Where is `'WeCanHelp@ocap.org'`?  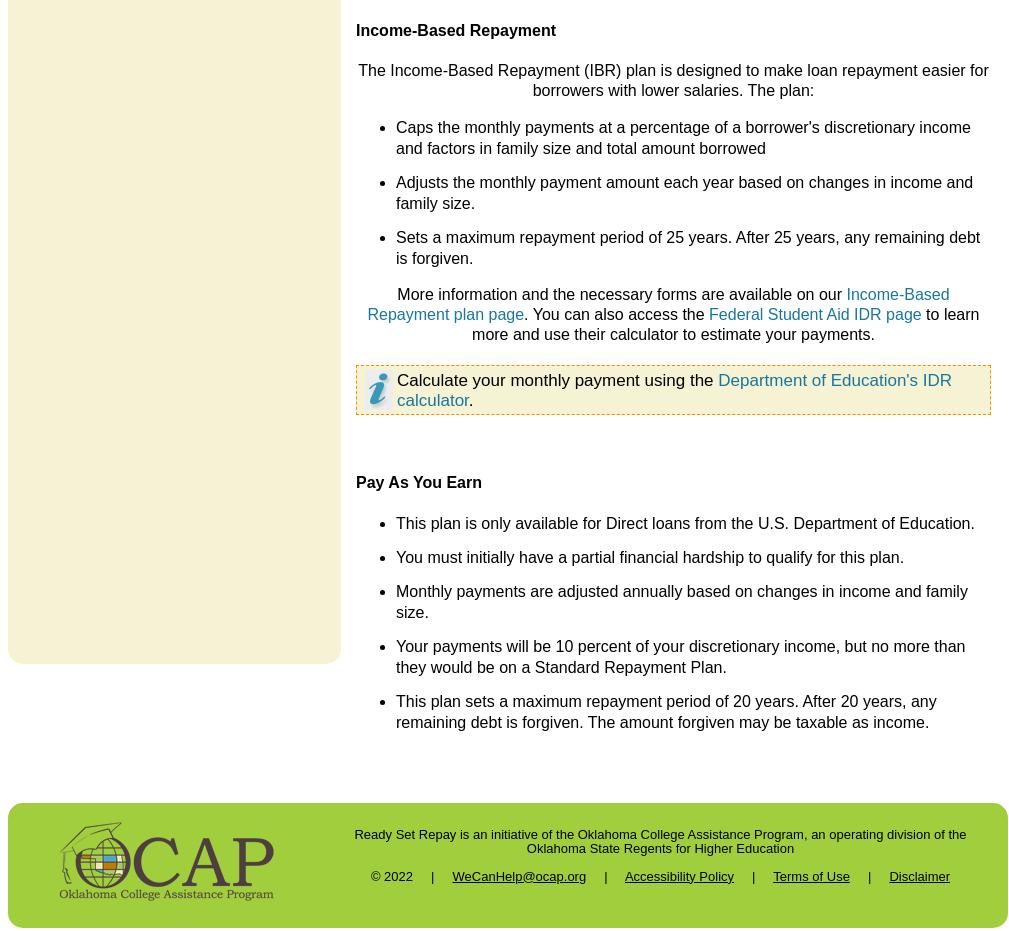
'WeCanHelp@ocap.org' is located at coordinates (519, 875).